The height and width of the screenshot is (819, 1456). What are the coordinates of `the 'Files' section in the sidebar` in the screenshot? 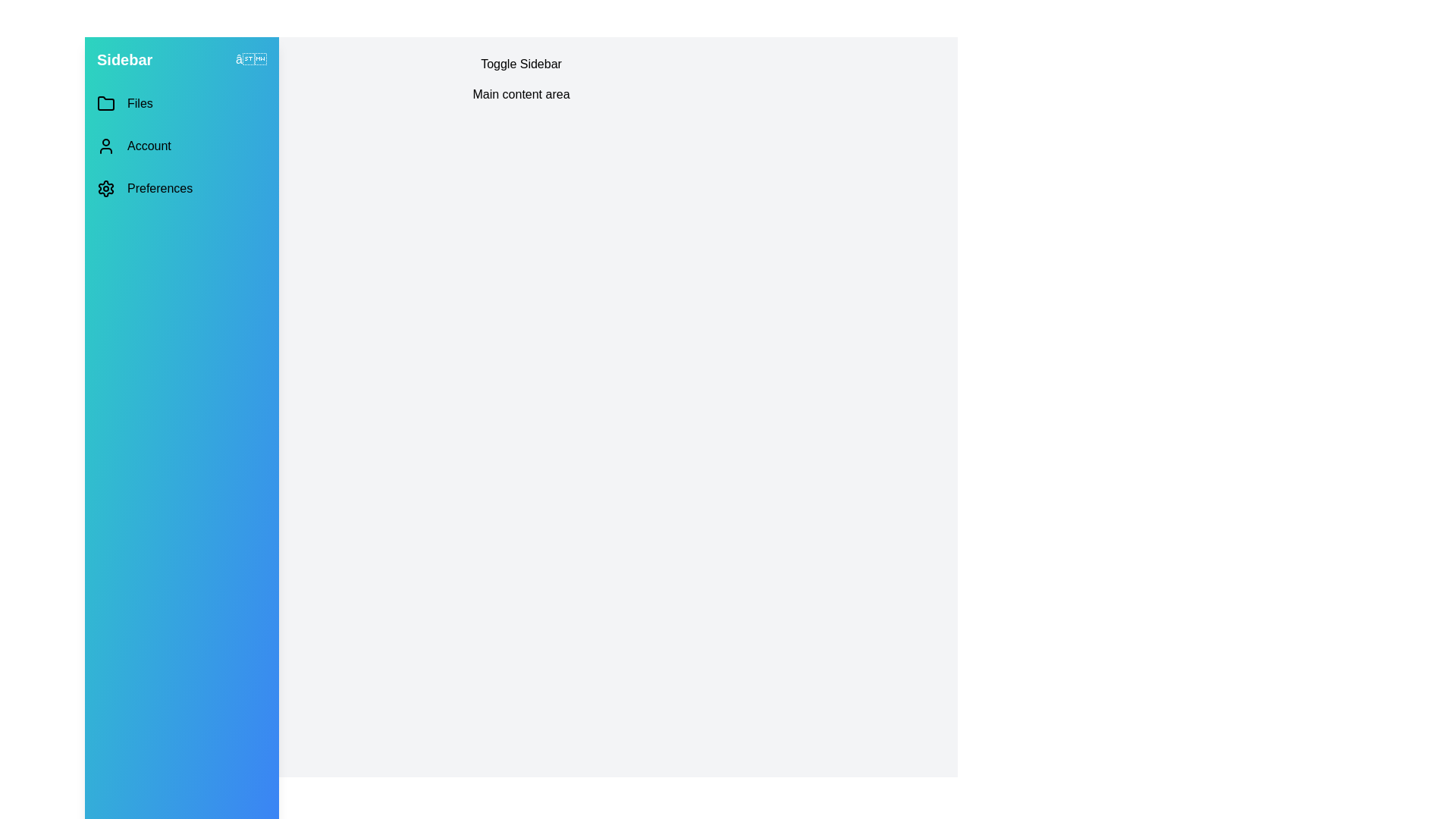 It's located at (182, 103).